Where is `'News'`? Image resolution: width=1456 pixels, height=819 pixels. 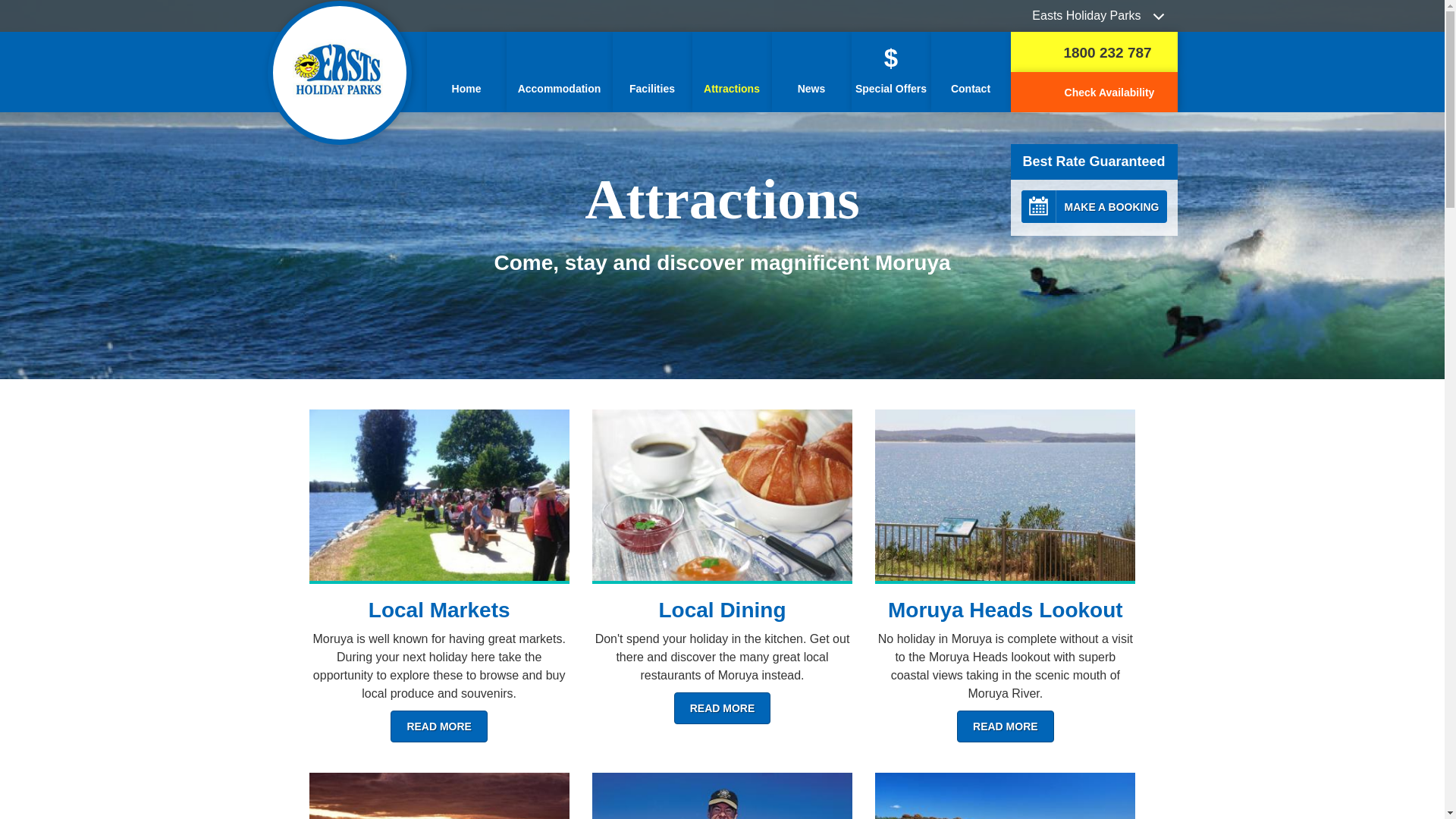
'News' is located at coordinates (811, 72).